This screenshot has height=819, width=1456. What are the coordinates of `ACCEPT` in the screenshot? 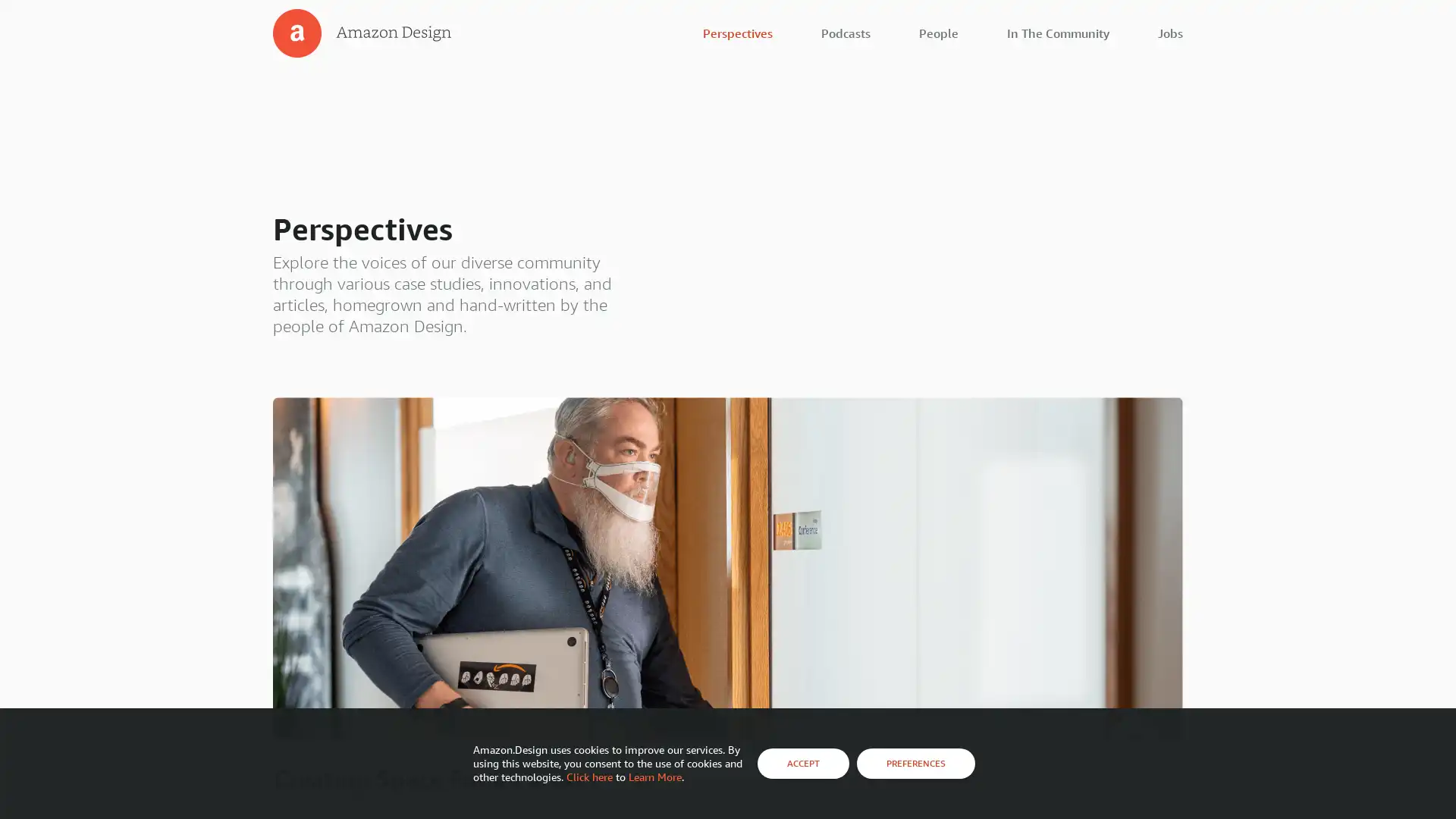 It's located at (802, 763).